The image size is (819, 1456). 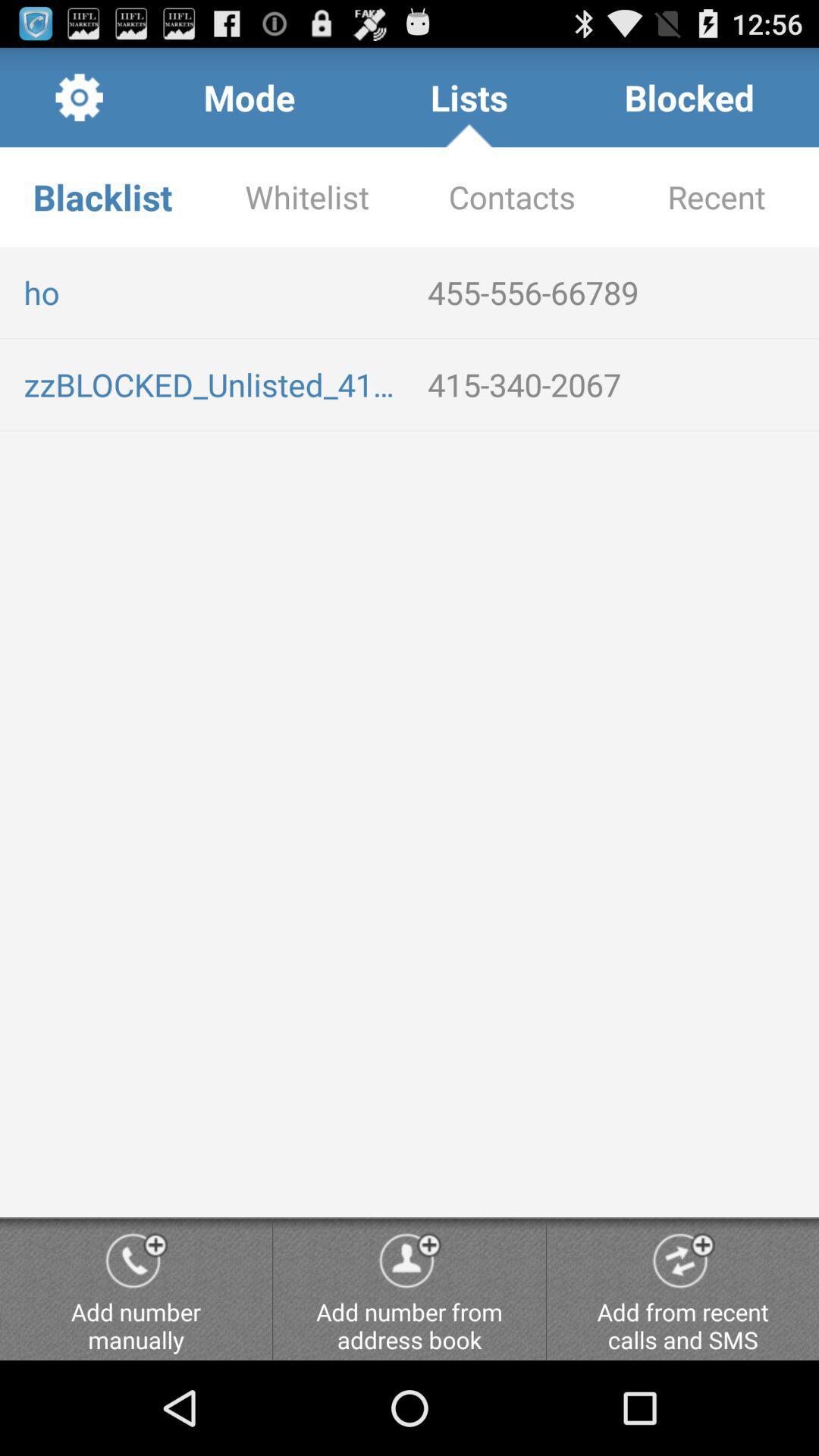 What do you see at coordinates (307, 196) in the screenshot?
I see `the whitelist app` at bounding box center [307, 196].